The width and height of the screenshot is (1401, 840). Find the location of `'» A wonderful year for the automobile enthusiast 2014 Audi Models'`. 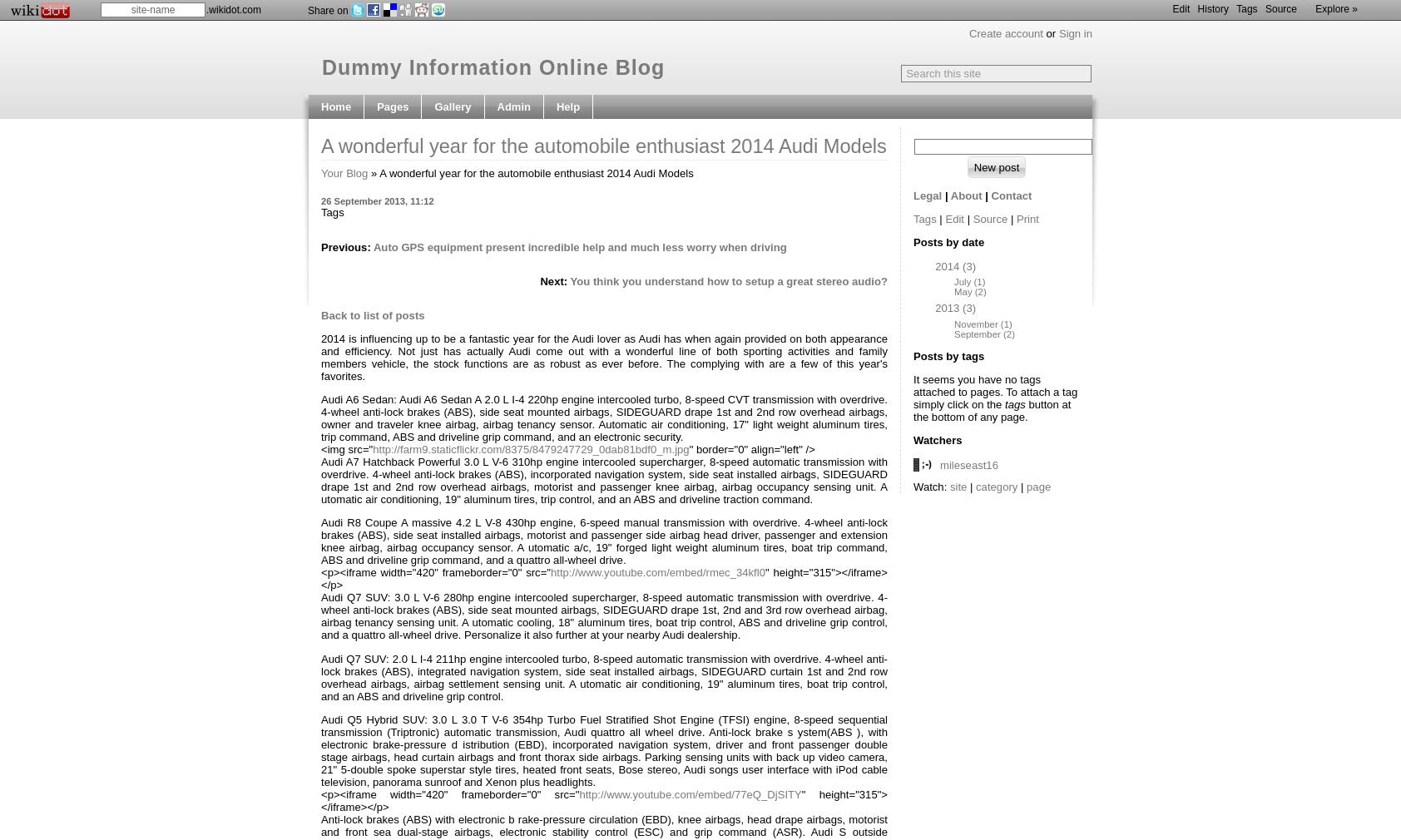

'» A wonderful year for the automobile enthusiast 2014 Audi Models' is located at coordinates (530, 172).